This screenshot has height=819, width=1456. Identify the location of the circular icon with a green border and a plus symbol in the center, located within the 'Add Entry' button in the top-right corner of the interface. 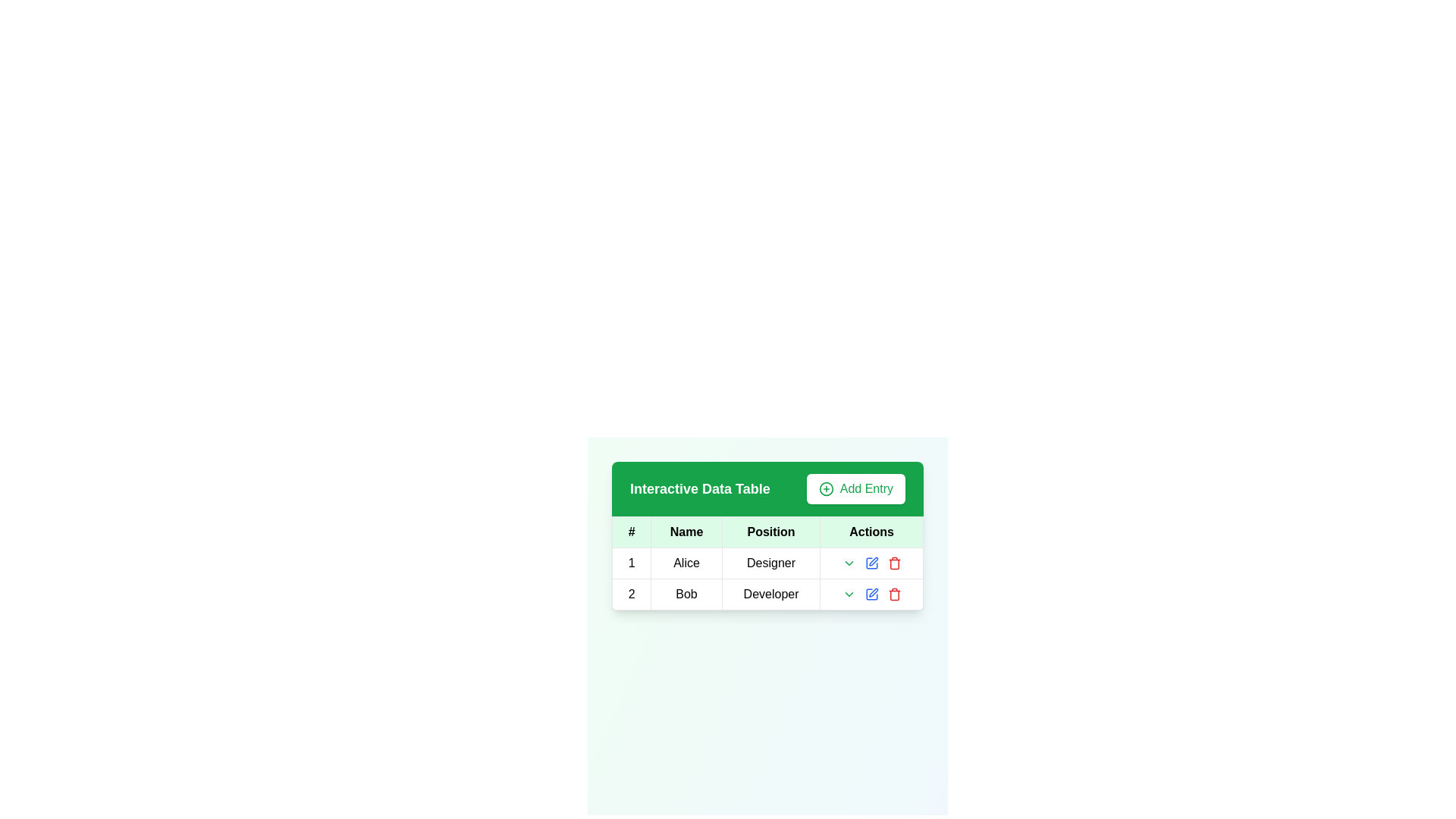
(825, 488).